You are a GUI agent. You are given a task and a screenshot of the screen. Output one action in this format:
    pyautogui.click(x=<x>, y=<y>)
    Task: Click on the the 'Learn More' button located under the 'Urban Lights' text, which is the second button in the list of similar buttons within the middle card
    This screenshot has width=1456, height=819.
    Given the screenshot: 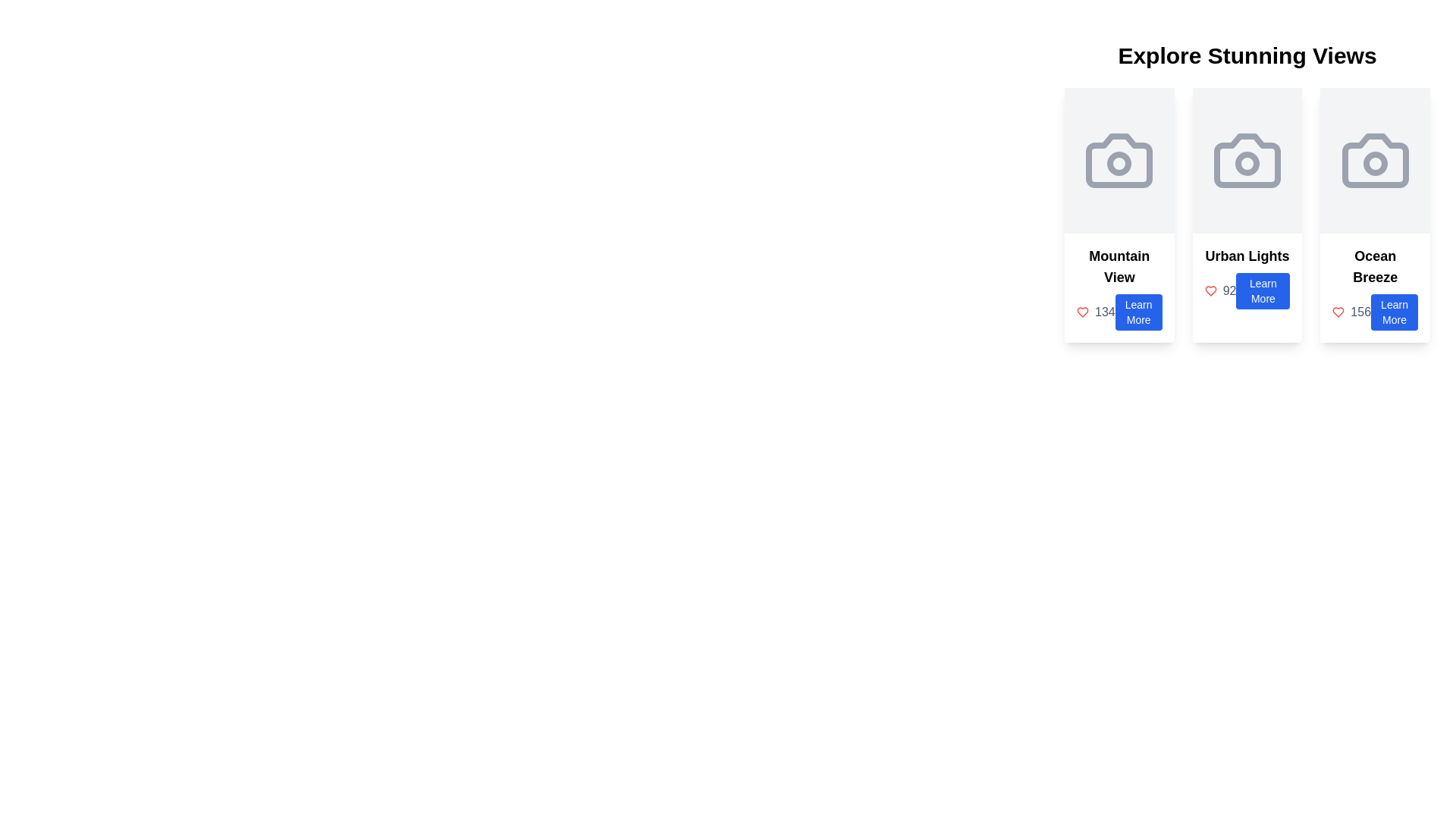 What is the action you would take?
    pyautogui.click(x=1247, y=278)
    